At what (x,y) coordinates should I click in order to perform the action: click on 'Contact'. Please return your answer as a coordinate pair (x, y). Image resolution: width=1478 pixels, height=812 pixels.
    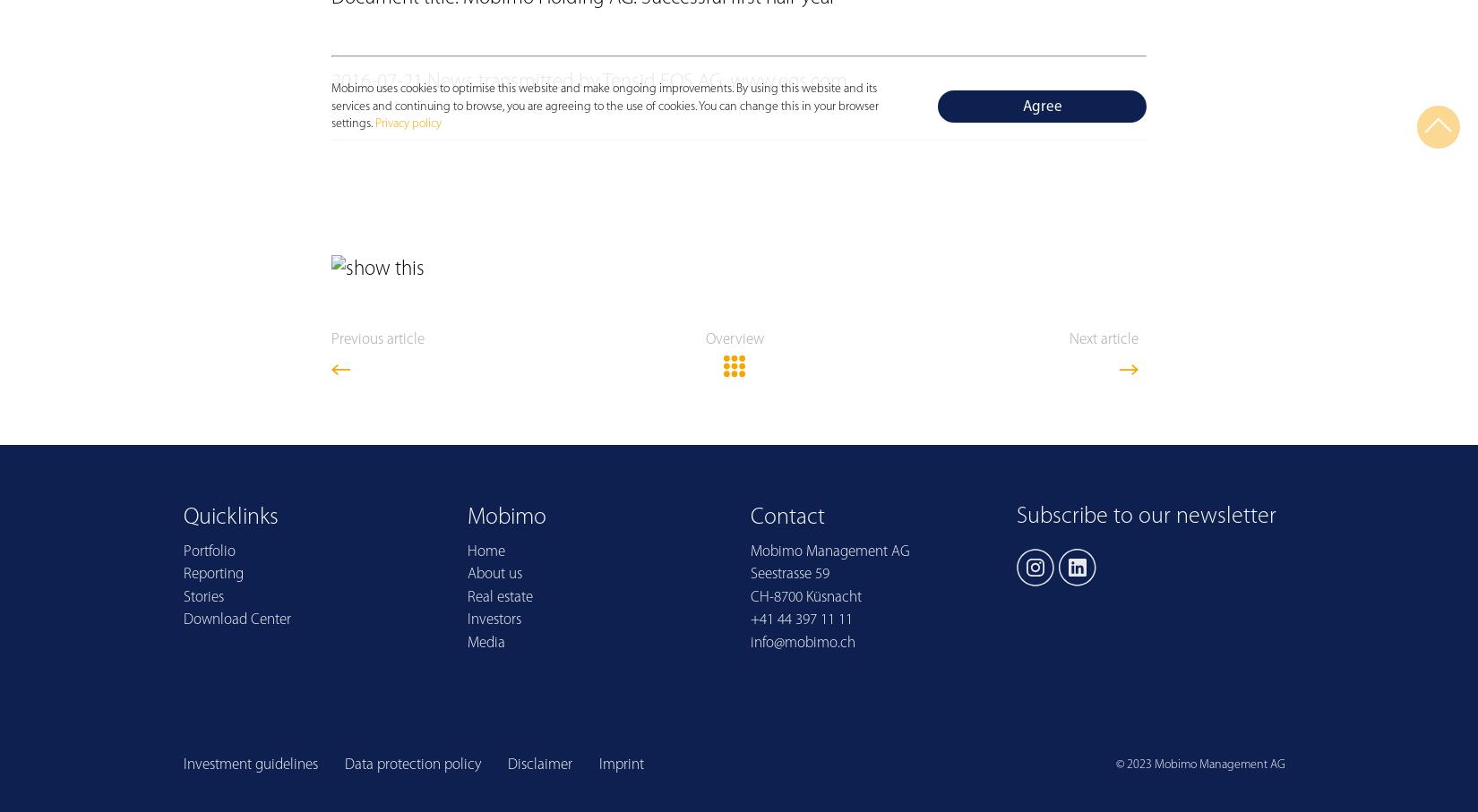
    Looking at the image, I should click on (787, 517).